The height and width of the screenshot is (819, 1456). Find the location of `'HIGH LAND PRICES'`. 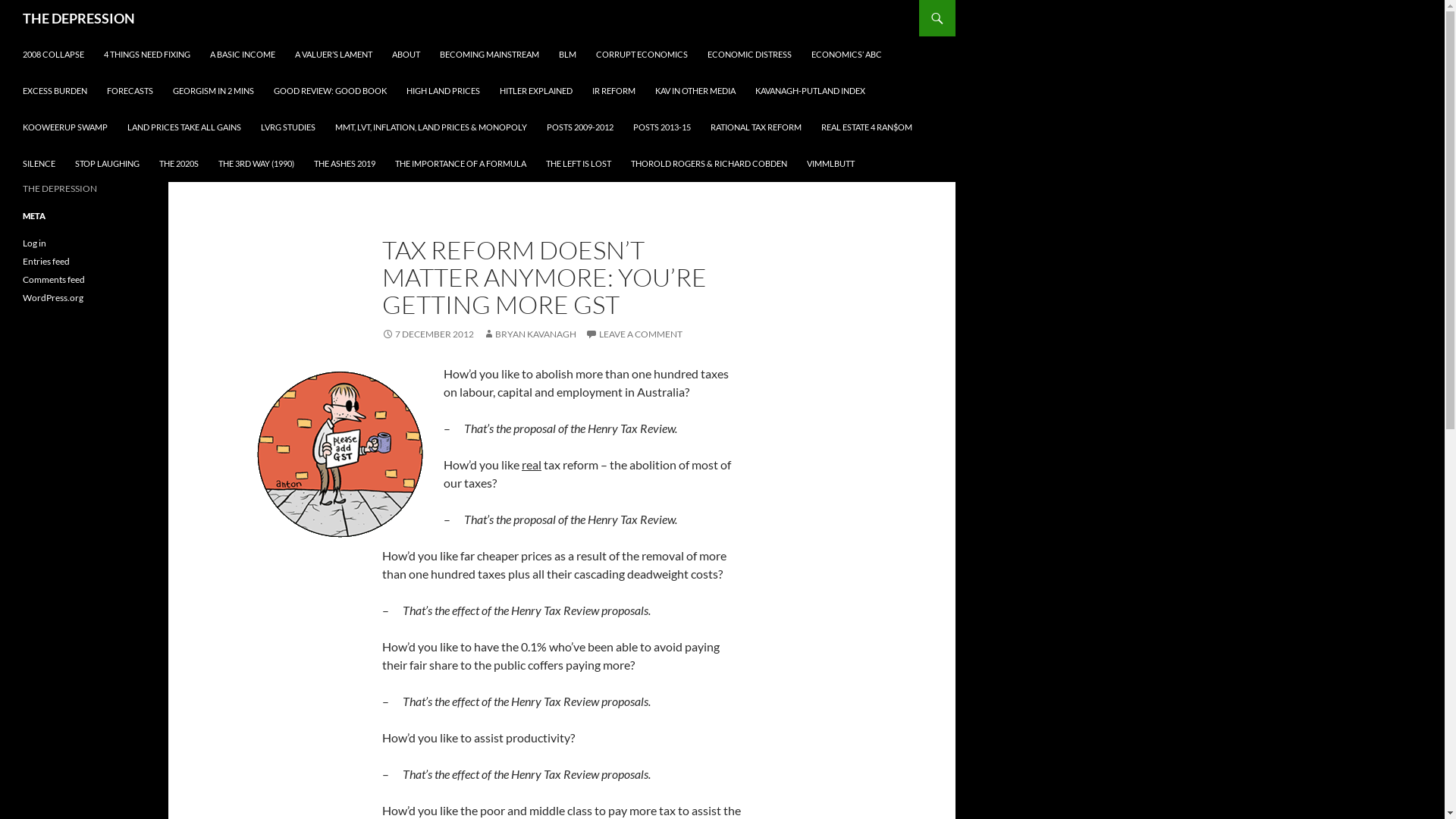

'HIGH LAND PRICES' is located at coordinates (442, 90).